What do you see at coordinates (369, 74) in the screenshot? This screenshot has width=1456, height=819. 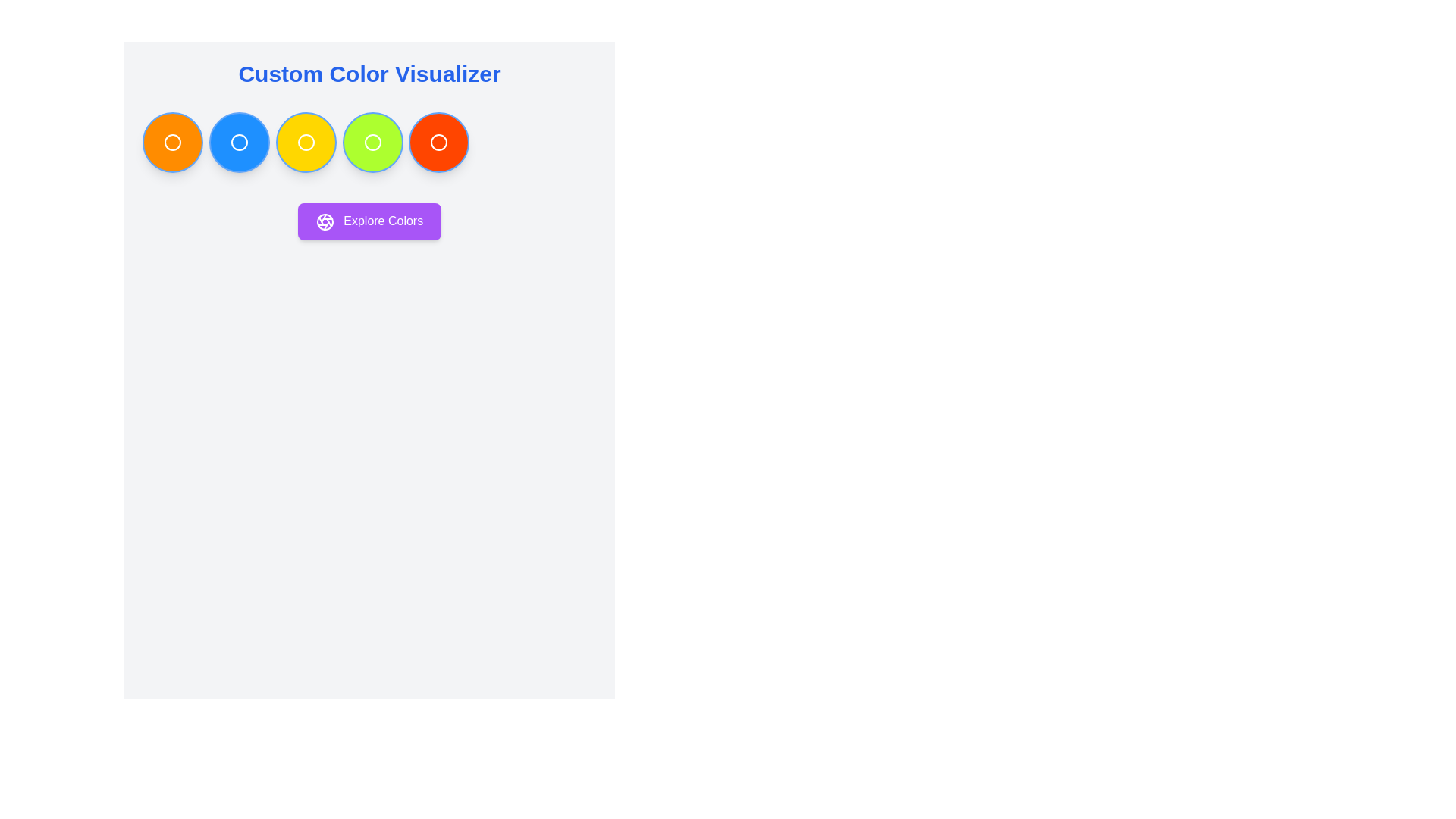 I see `the text element reading 'Custom Color Visualizer' which is prominently displayed in a large, bold, blue font at the top of the interface` at bounding box center [369, 74].